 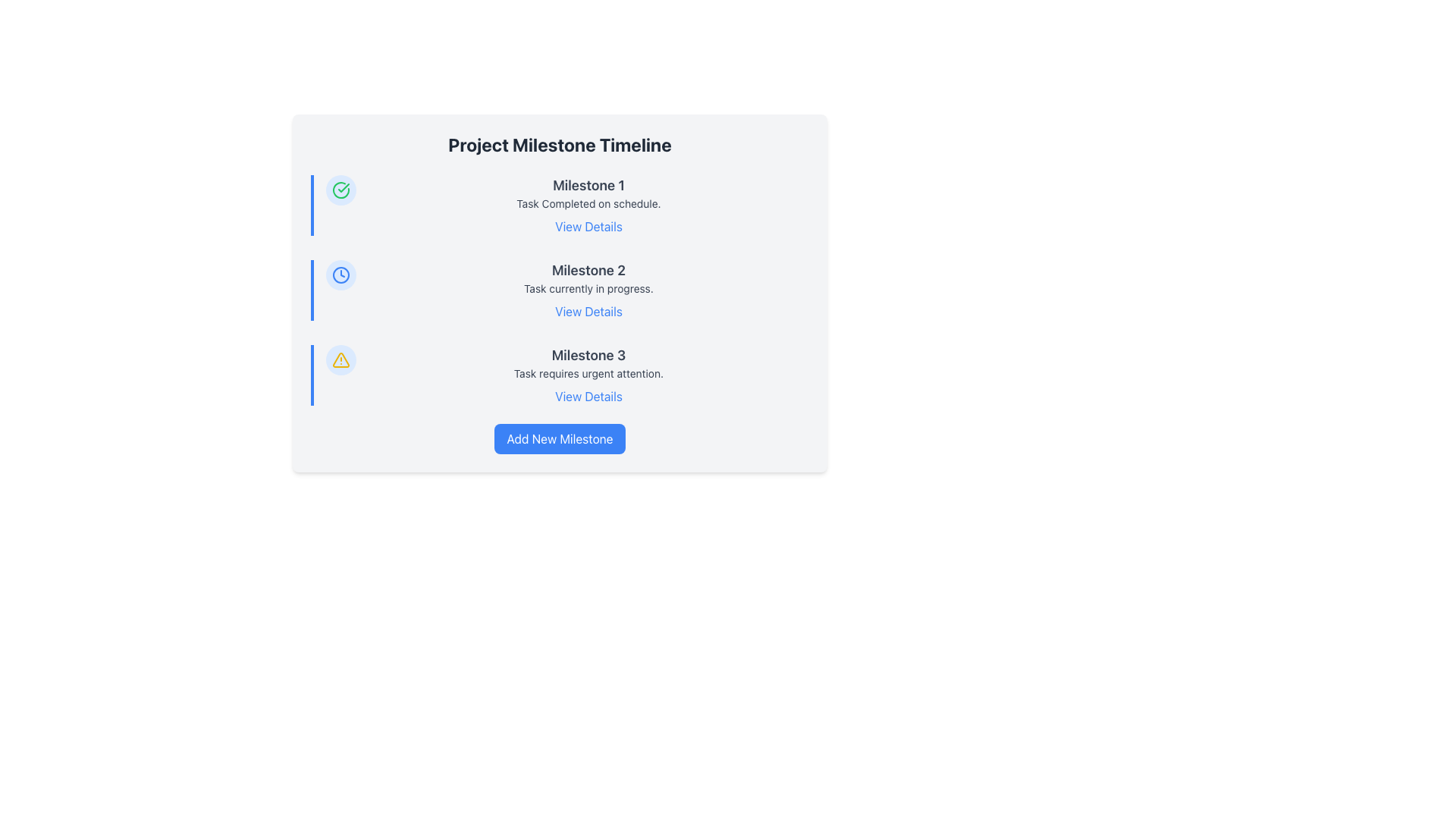 What do you see at coordinates (340, 359) in the screenshot?
I see `the alert icon indicating an alert or warning for 'Milestone 3', located below the previous milestones on the left side of its description` at bounding box center [340, 359].